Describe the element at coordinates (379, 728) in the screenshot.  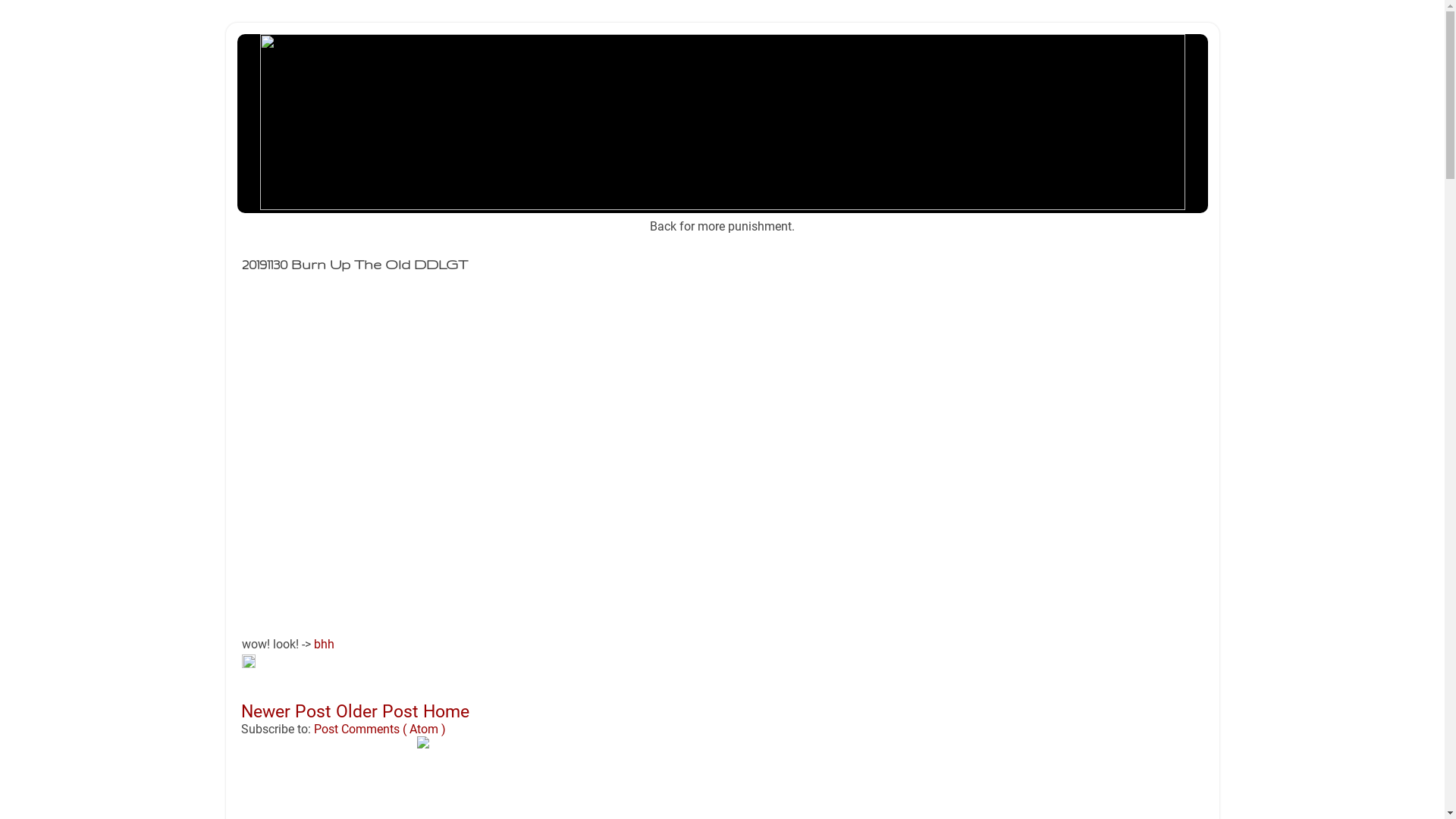
I see `'Post Comments ( Atom )'` at that location.